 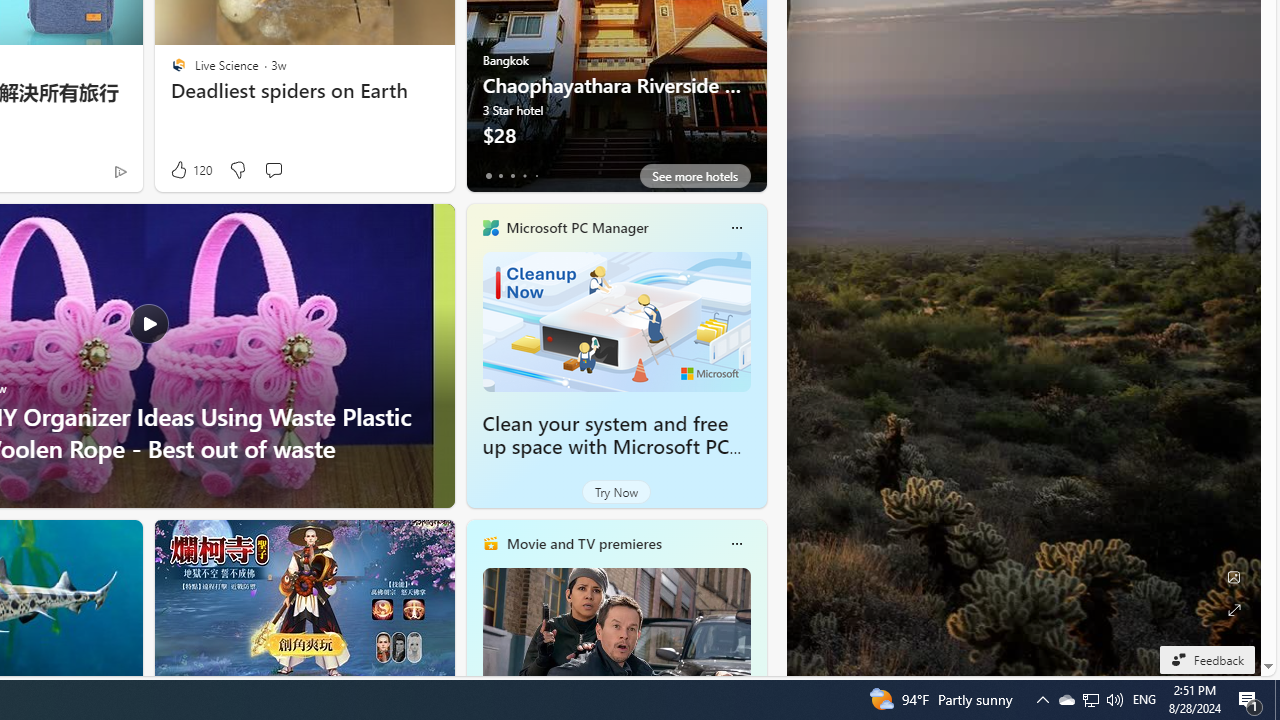 I want to click on 'tab-1', so click(x=500, y=175).